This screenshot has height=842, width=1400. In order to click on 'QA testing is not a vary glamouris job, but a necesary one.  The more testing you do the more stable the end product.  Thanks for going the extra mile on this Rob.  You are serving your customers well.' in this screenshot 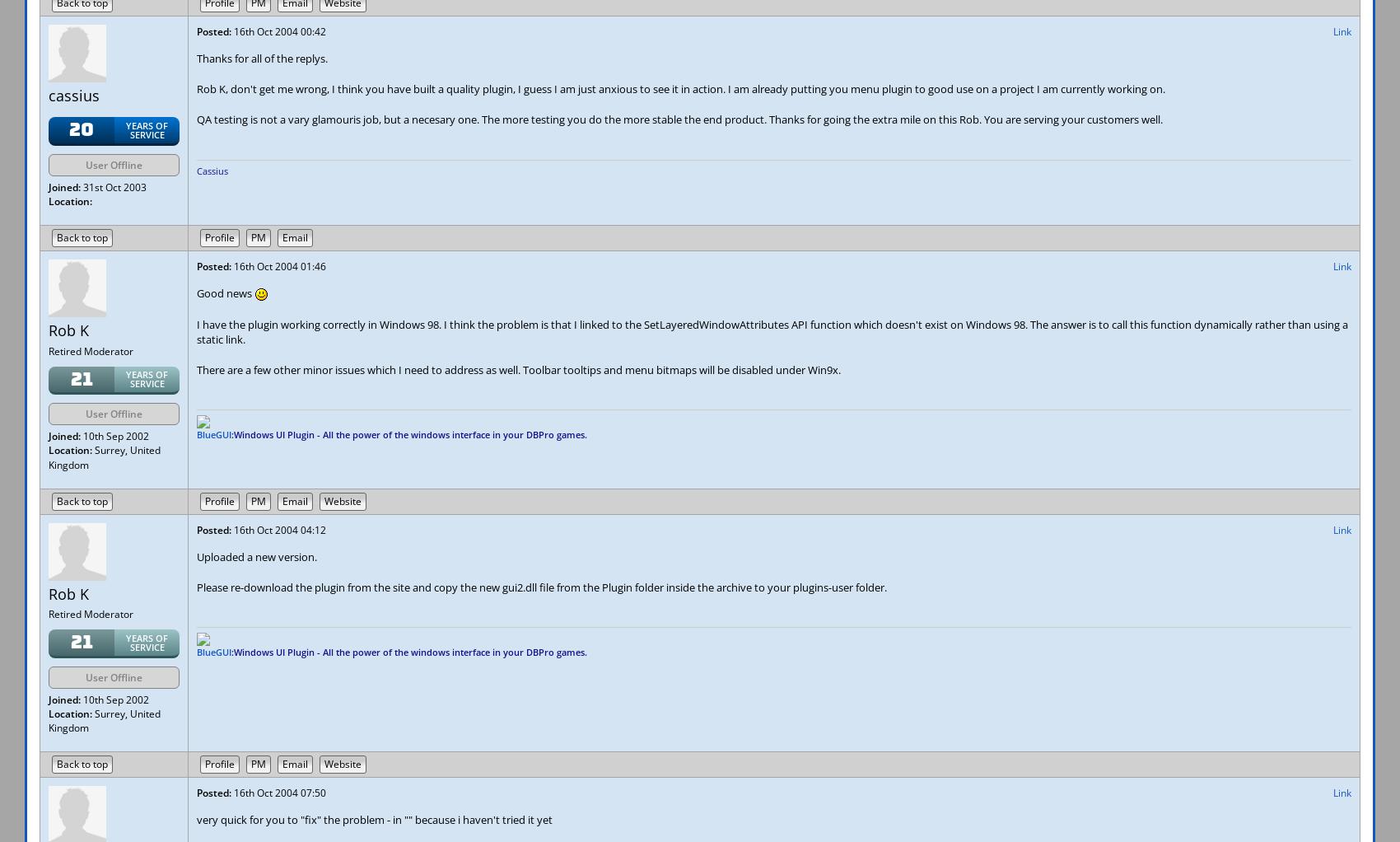, I will do `click(679, 119)`.